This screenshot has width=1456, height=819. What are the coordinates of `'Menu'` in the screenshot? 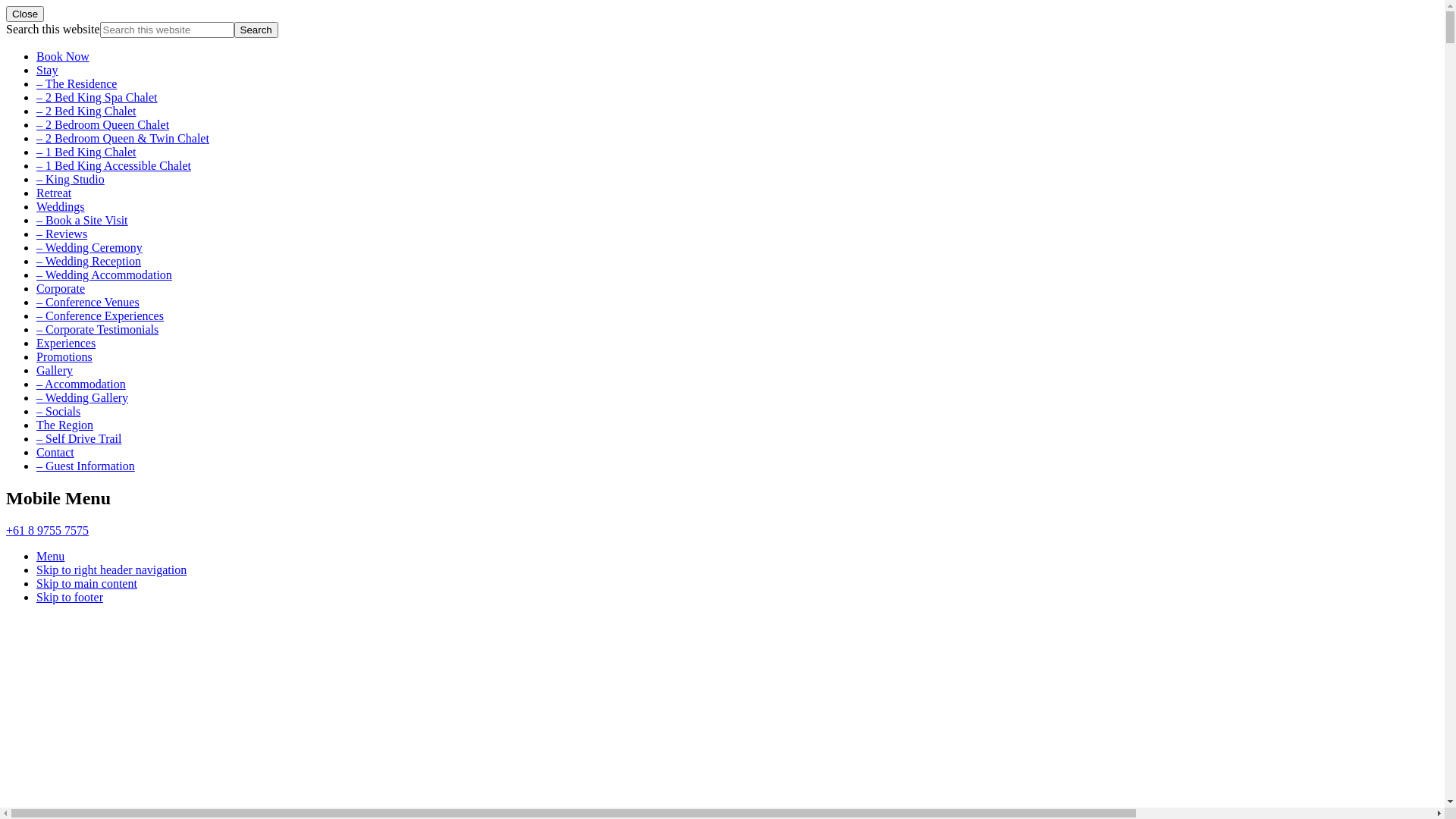 It's located at (50, 556).